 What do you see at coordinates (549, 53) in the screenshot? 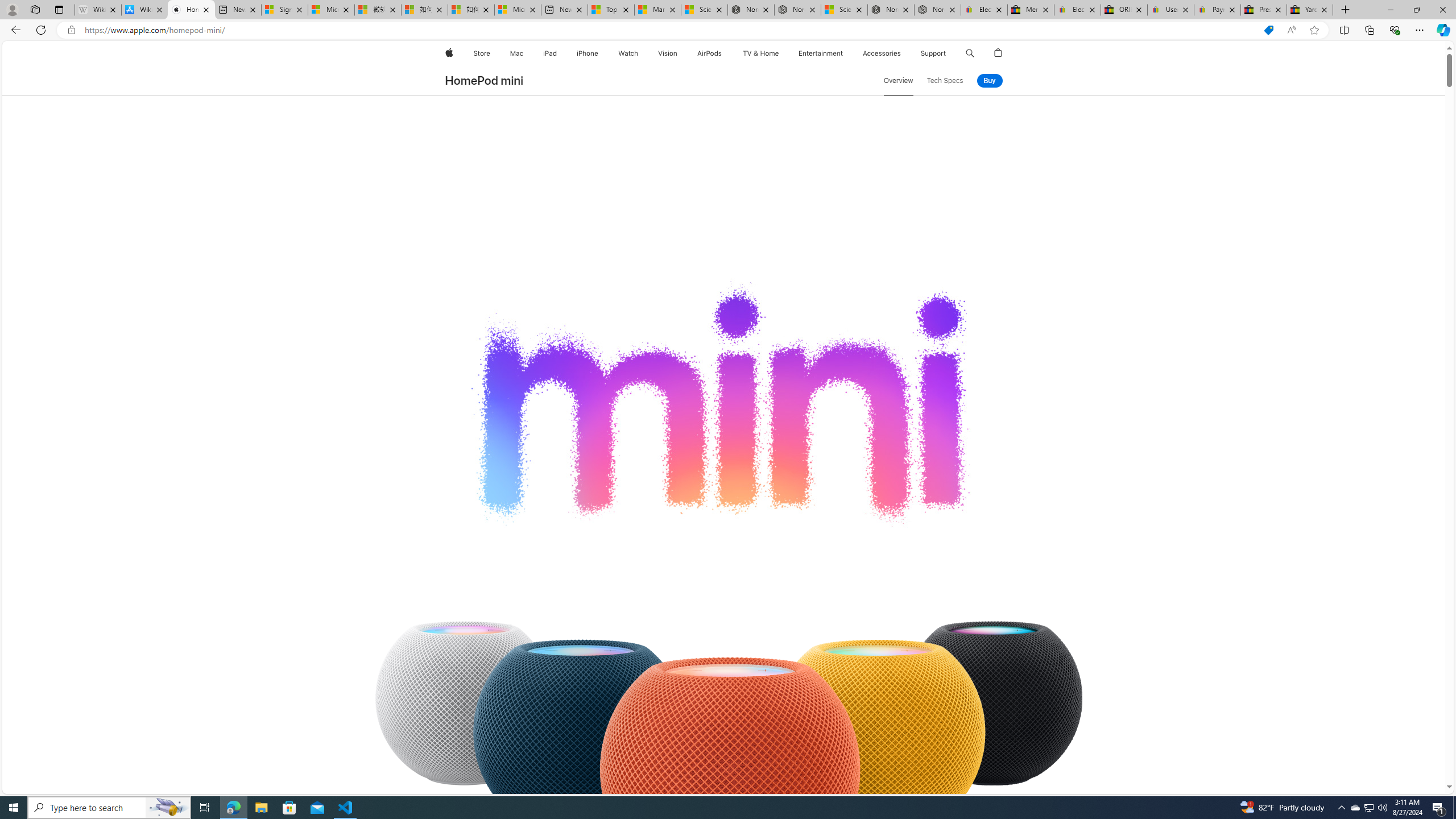
I see `'iPad'` at bounding box center [549, 53].